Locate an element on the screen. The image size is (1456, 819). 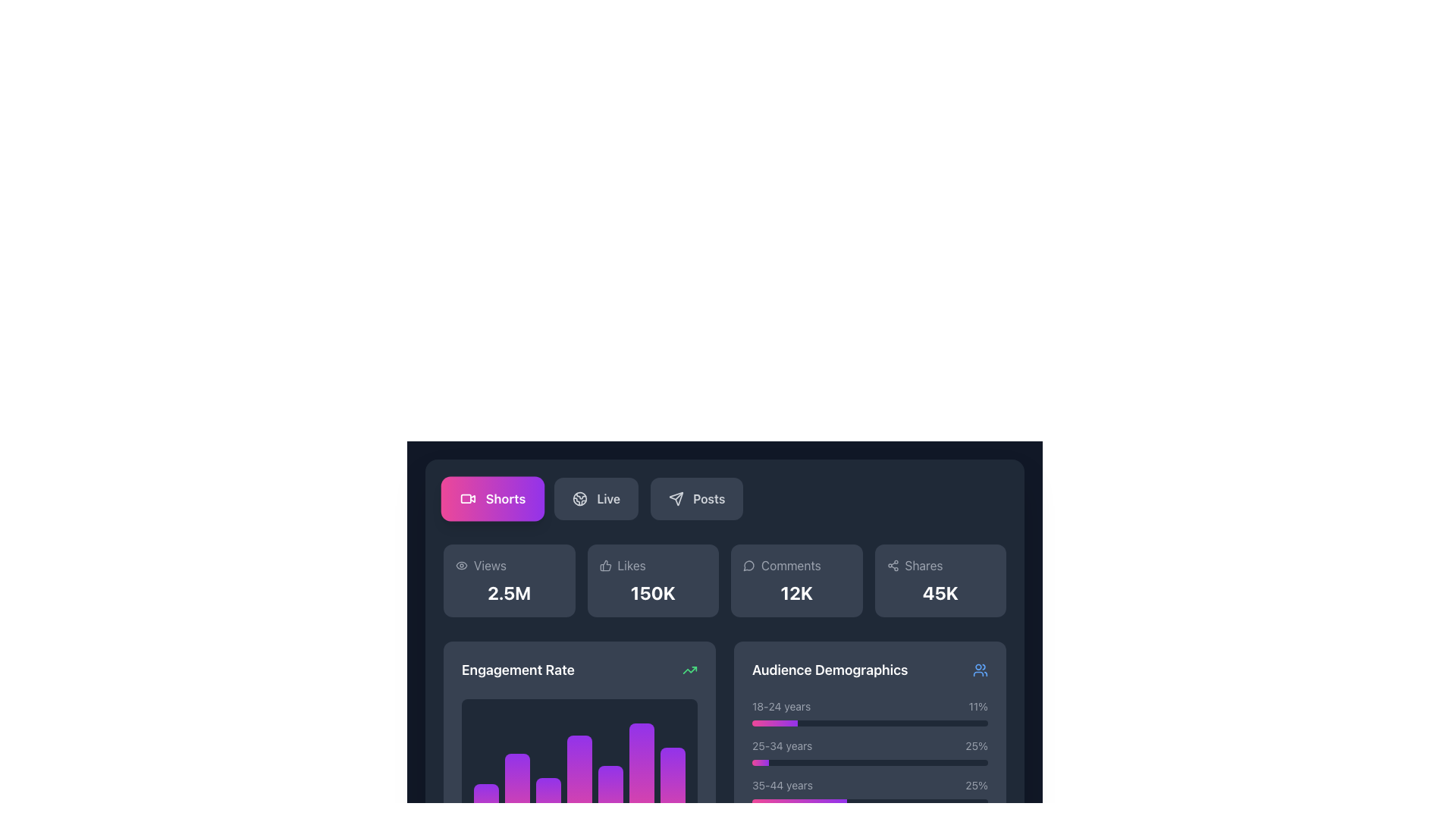
the displayed information on the 'Likes' informative card, which has a dark gray background and shows '150K' in bold white text is located at coordinates (653, 580).